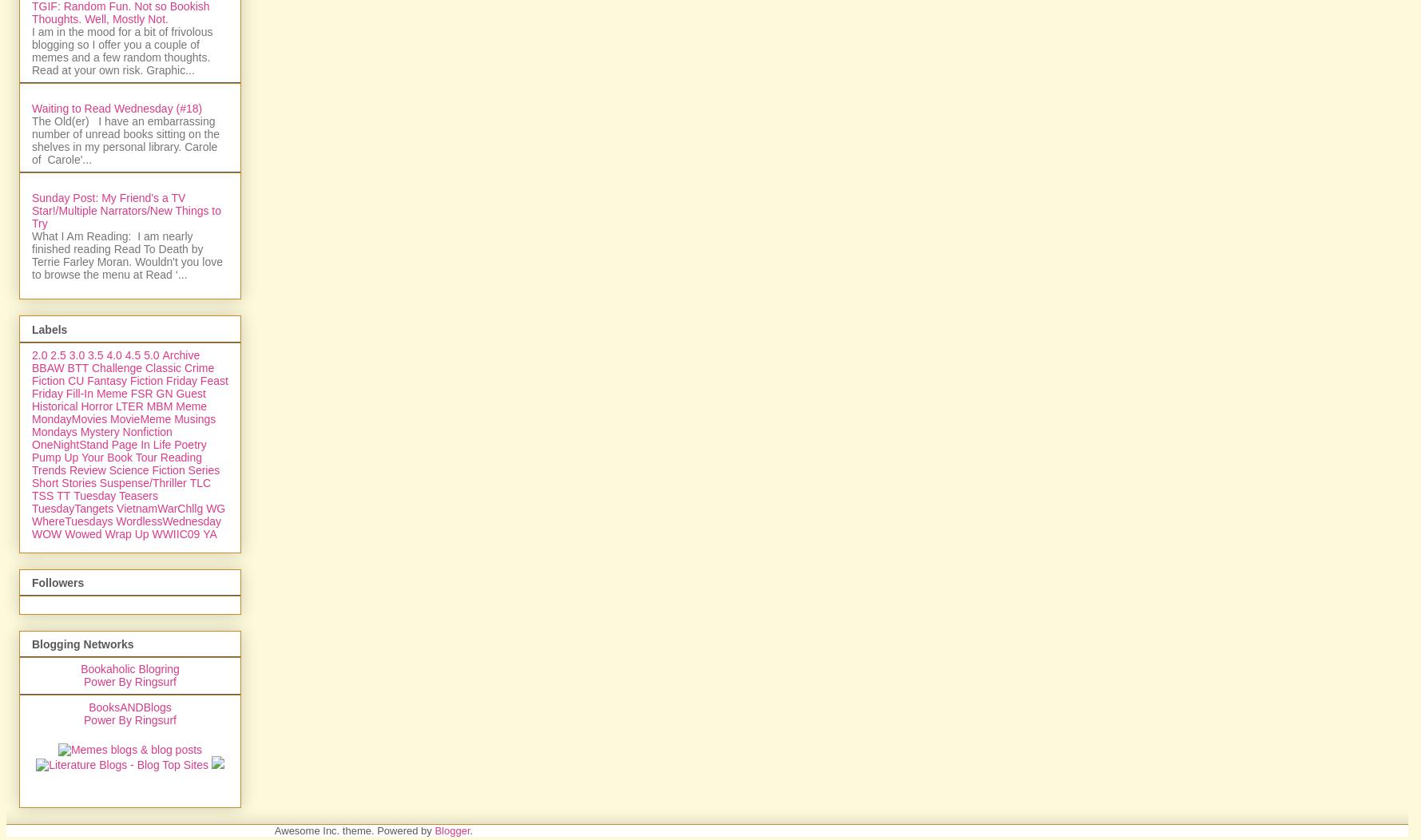 The image size is (1421, 840). I want to click on 'Mystery', so click(98, 604).